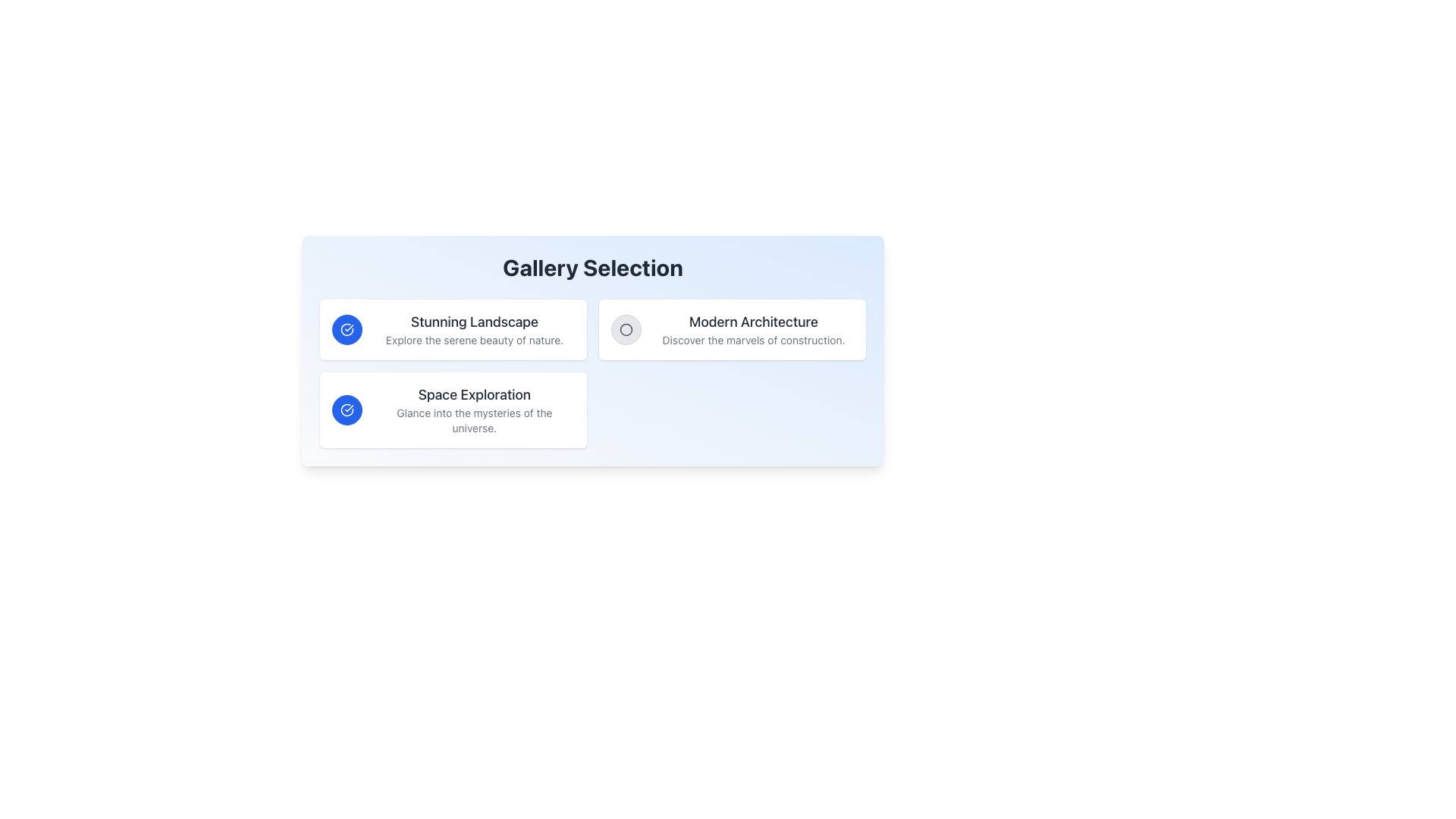 The height and width of the screenshot is (819, 1456). Describe the element at coordinates (473, 409) in the screenshot. I see `the Text block displaying the title and description for the Space Exploration category, which is the second item in the horizontally aligned selection group located in the lower left part of the interface` at that location.